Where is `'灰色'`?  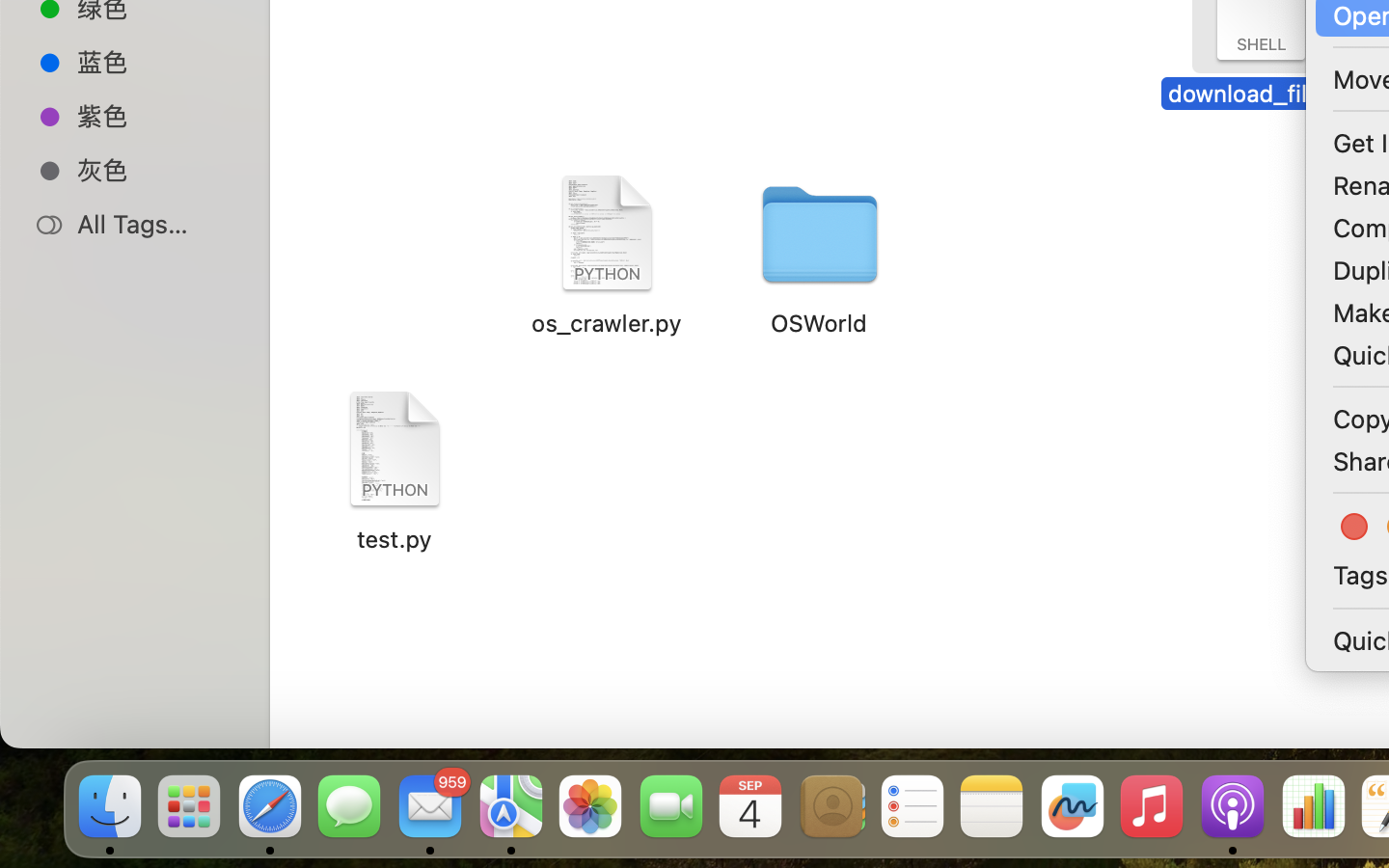
'灰色' is located at coordinates (153, 170).